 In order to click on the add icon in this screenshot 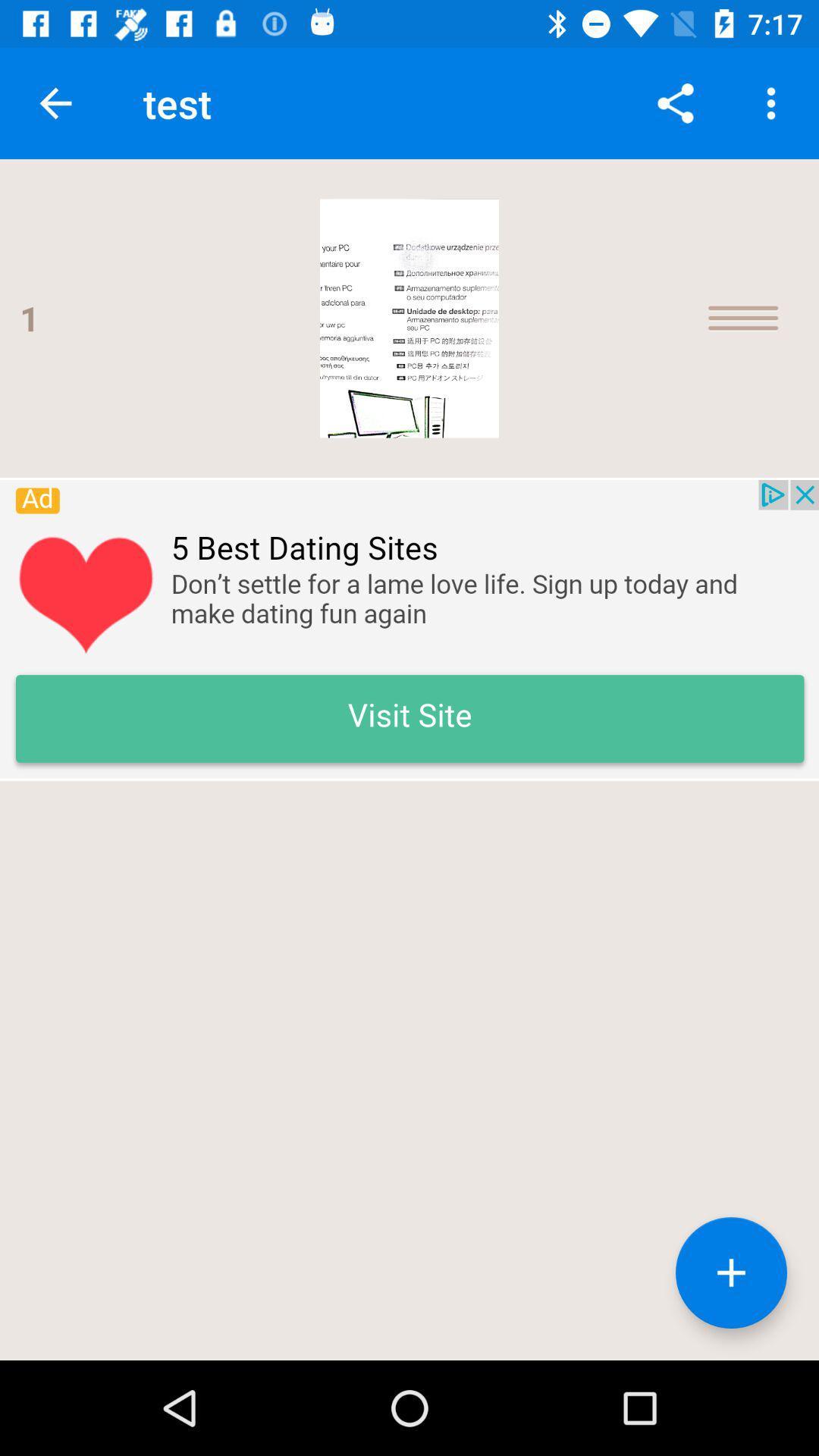, I will do `click(730, 1272)`.